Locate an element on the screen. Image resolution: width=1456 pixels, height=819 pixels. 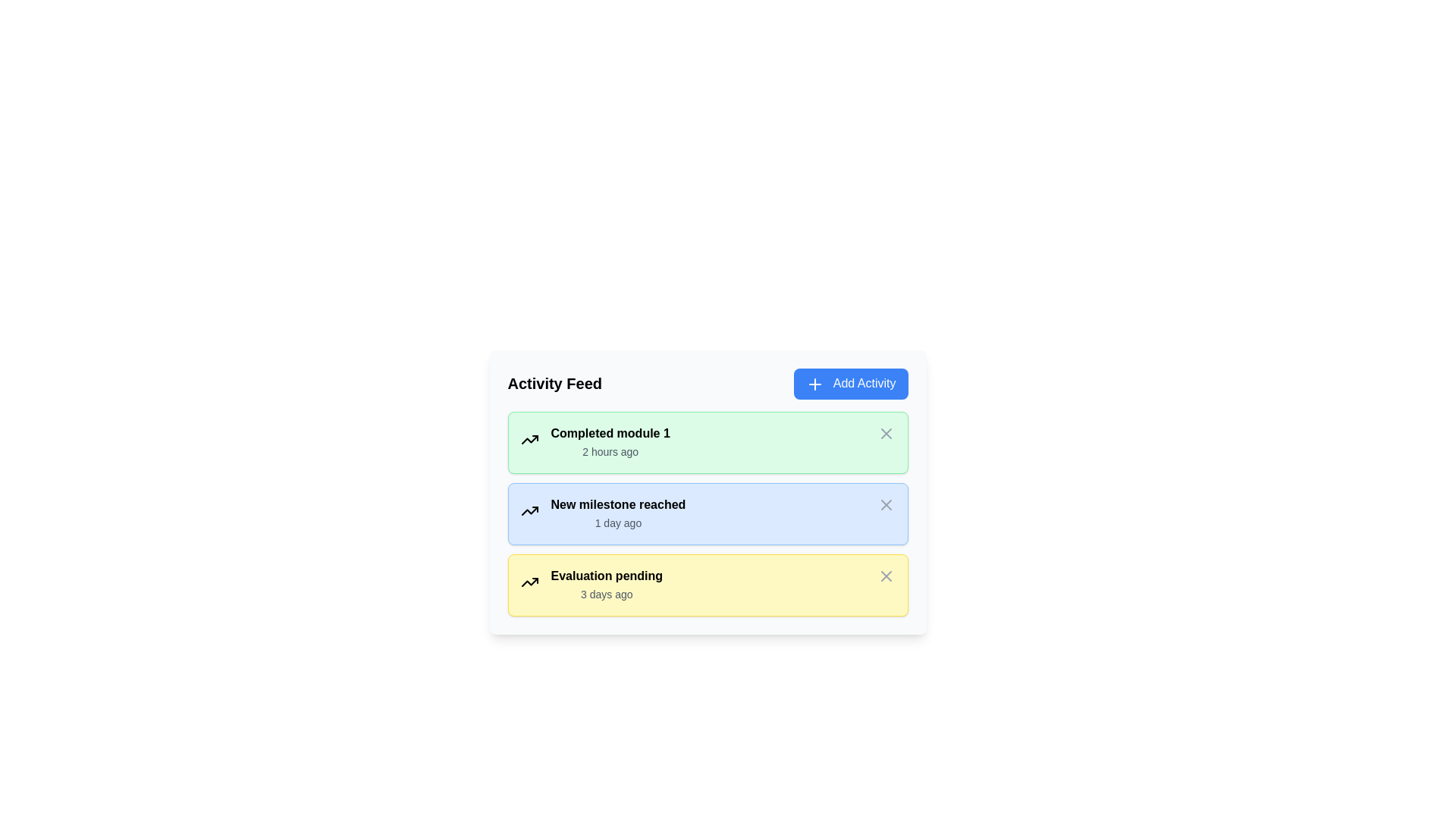
the Text label that conveys the status message 'Evaluation pending' in the Activity Feed section is located at coordinates (607, 576).